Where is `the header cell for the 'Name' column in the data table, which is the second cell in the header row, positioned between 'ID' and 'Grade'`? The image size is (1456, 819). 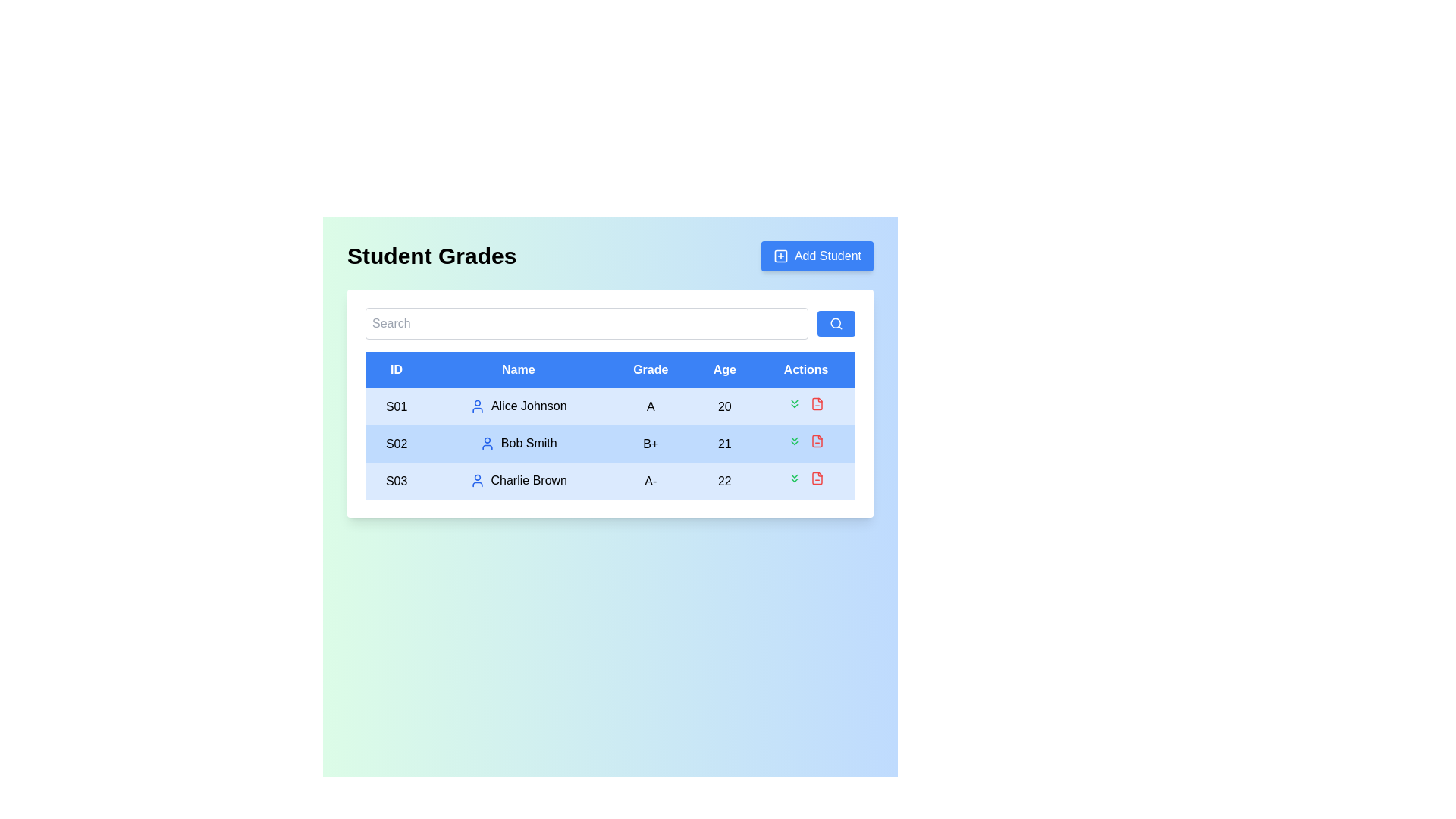 the header cell for the 'Name' column in the data table, which is the second cell in the header row, positioned between 'ID' and 'Grade' is located at coordinates (518, 370).